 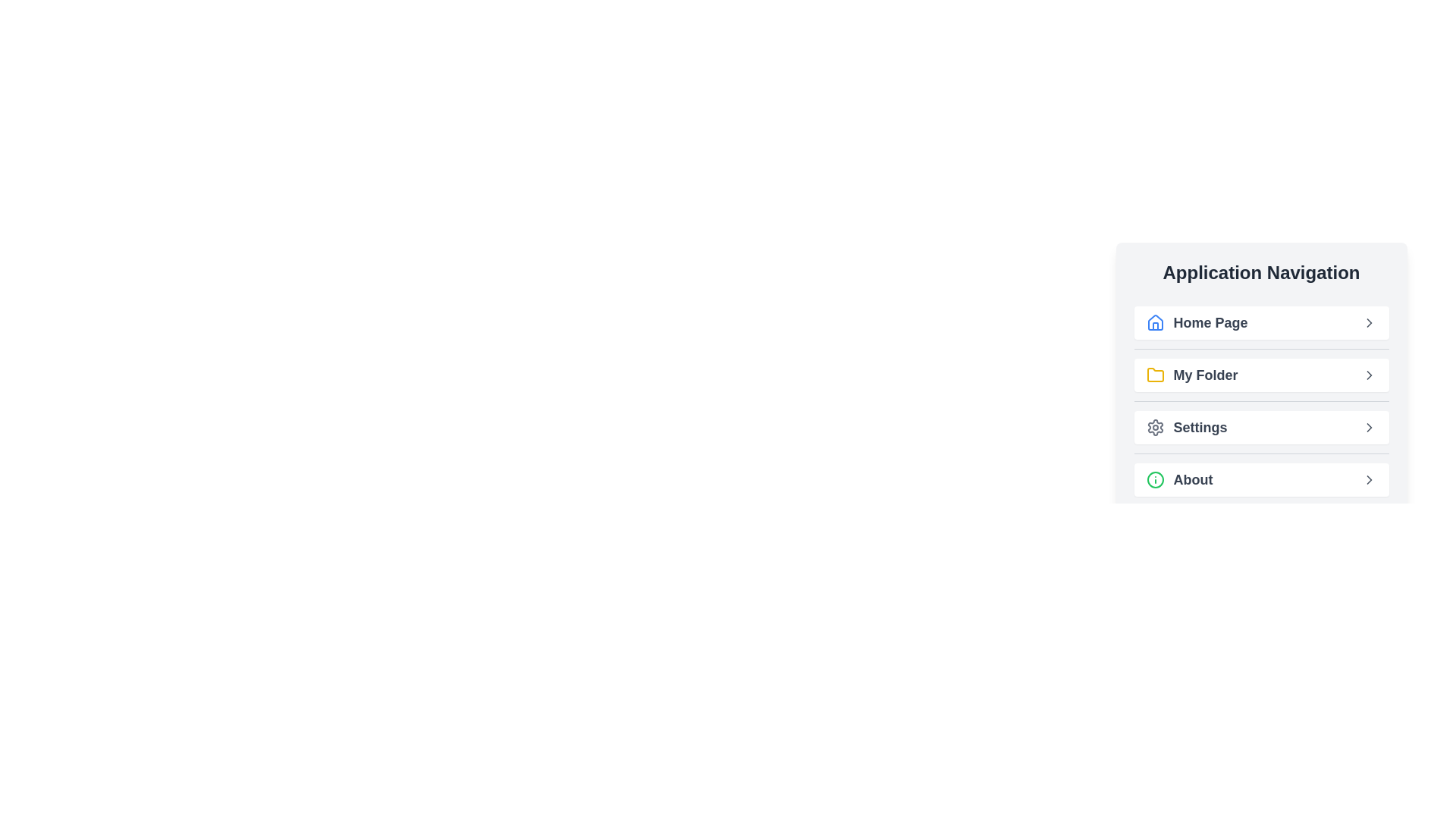 What do you see at coordinates (1204, 375) in the screenshot?
I see `'My Folder' navigation option text label located on the second row of the 'Application Navigation' menu using developer tools` at bounding box center [1204, 375].